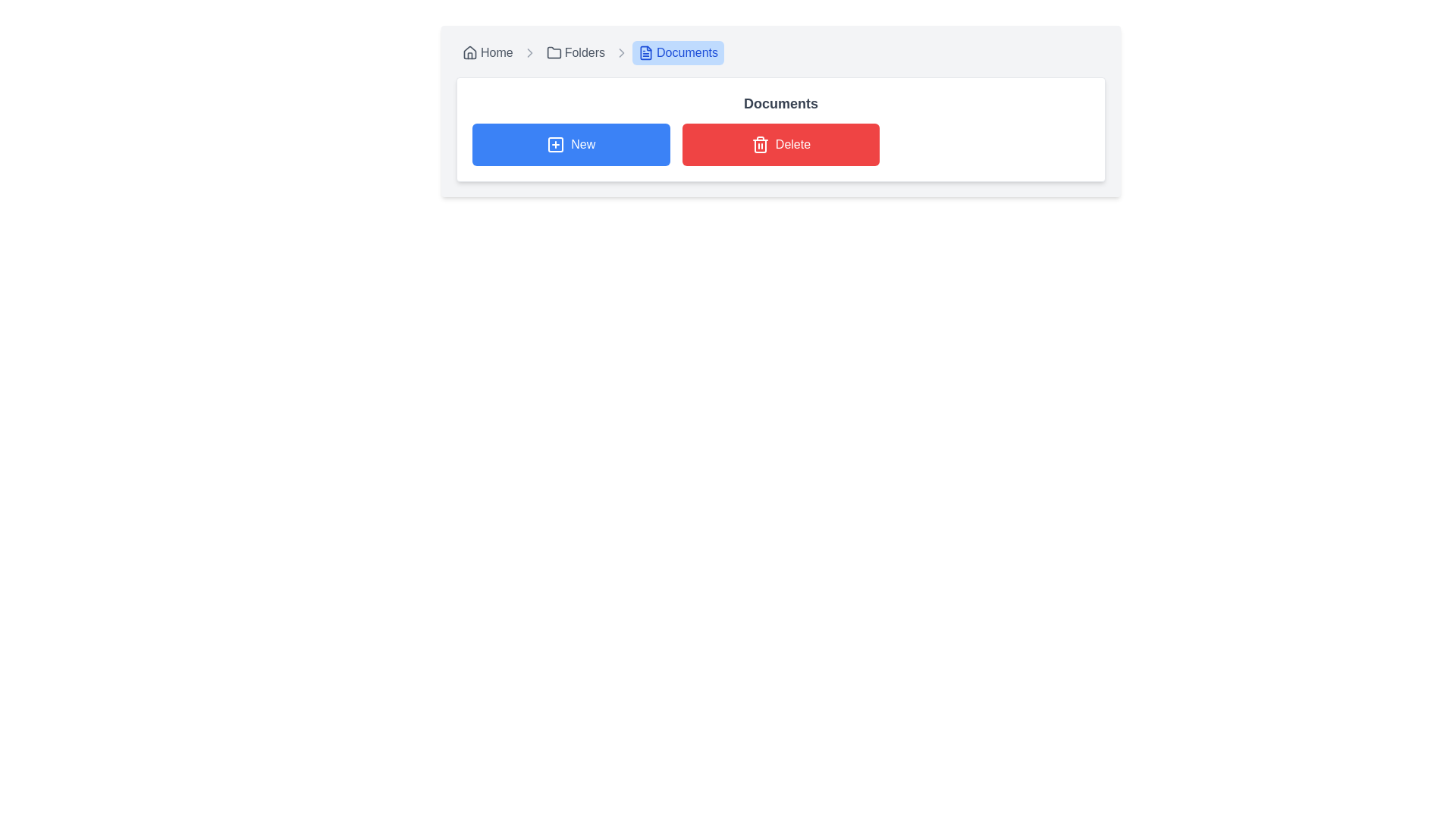 This screenshot has width=1456, height=819. I want to click on the Home icon, which is shaped like a house and located at the top-left corner of the navigation bar, near the breadcrumb links labeled 'Home', 'Folders', and 'Documents', so click(469, 52).